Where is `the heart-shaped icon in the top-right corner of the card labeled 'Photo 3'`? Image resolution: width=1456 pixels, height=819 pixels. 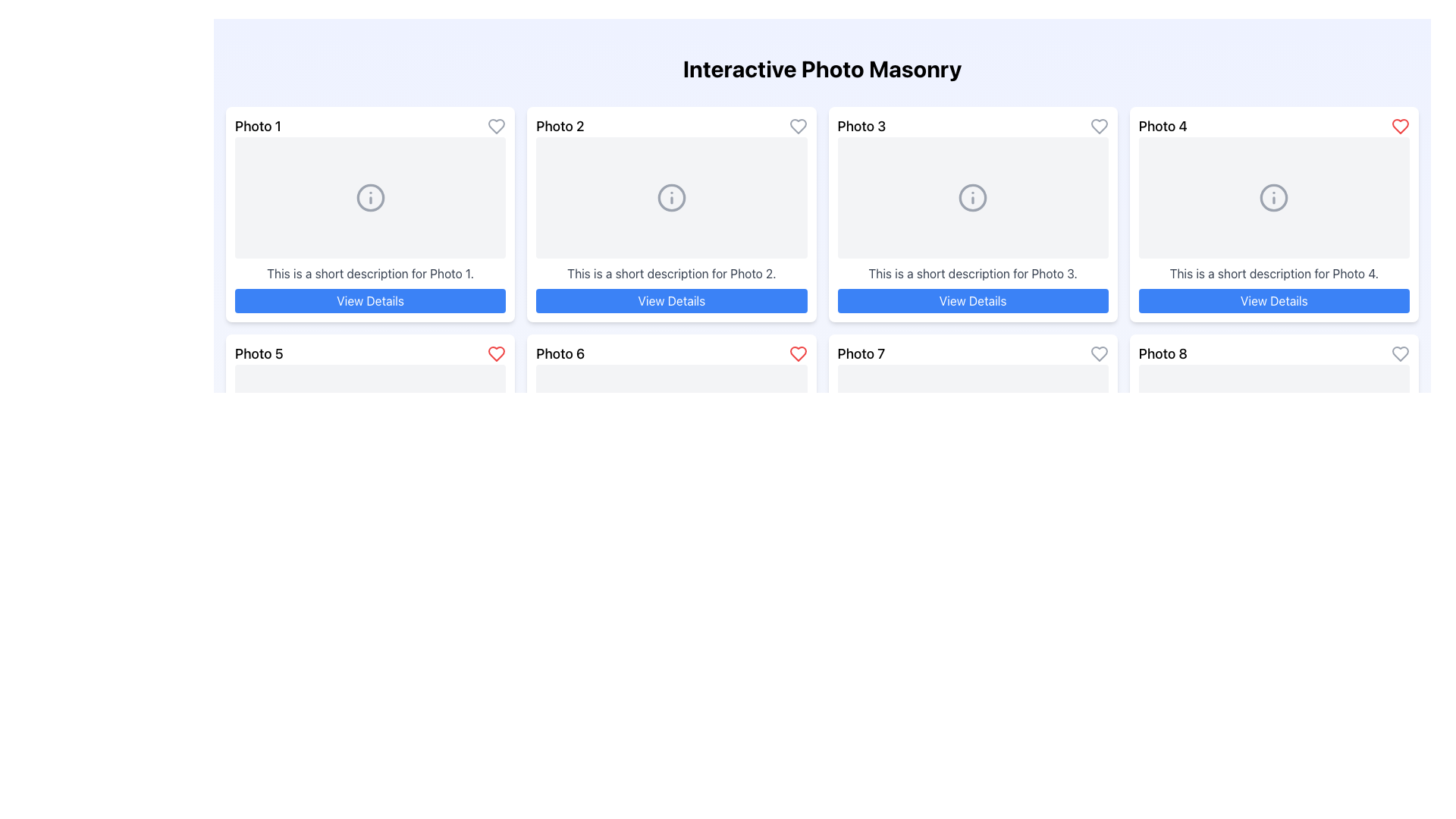
the heart-shaped icon in the top-right corner of the card labeled 'Photo 3' is located at coordinates (1099, 125).